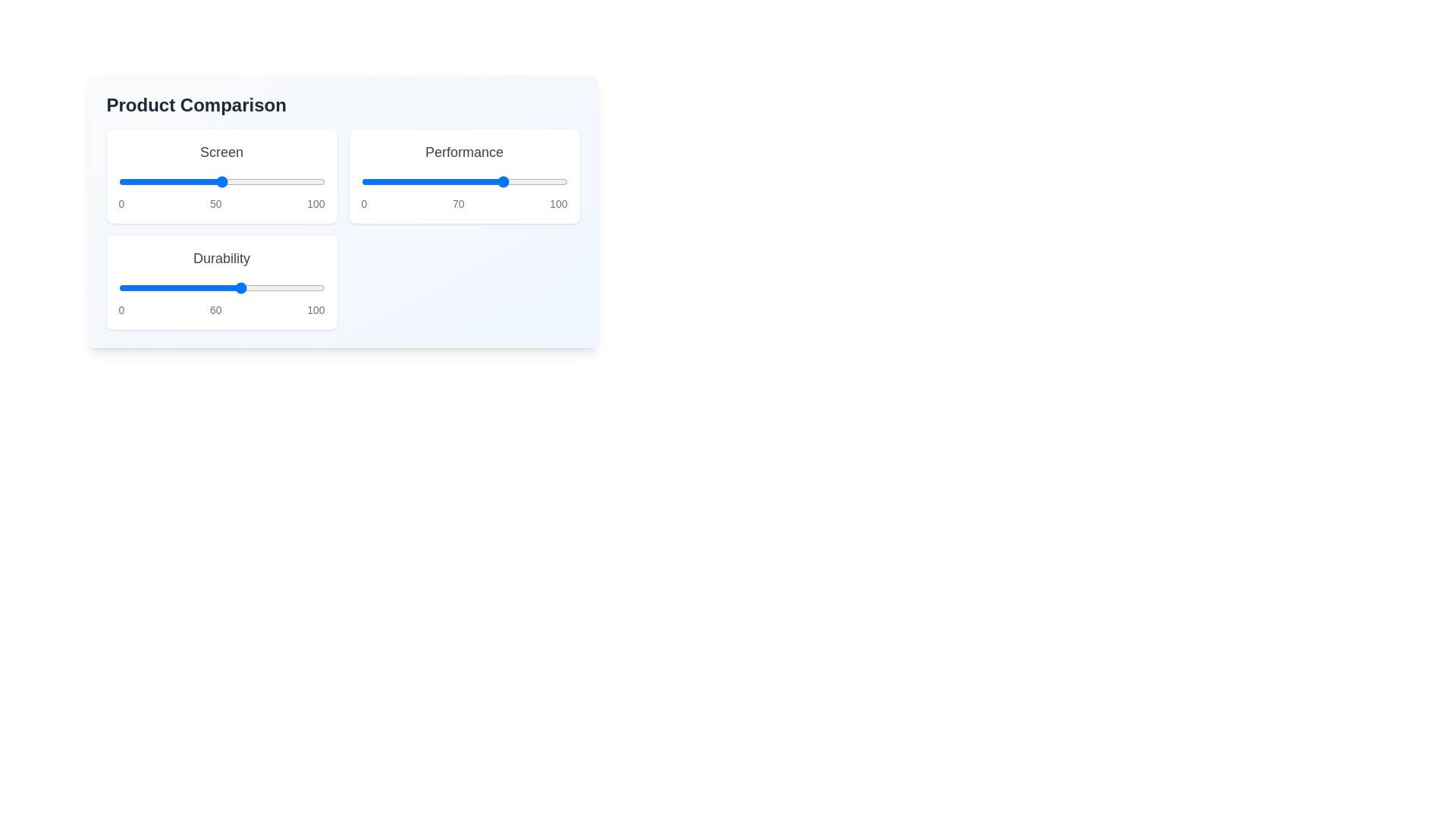 Image resolution: width=1456 pixels, height=819 pixels. What do you see at coordinates (253, 288) in the screenshot?
I see `the 'Durability' slider to 65` at bounding box center [253, 288].